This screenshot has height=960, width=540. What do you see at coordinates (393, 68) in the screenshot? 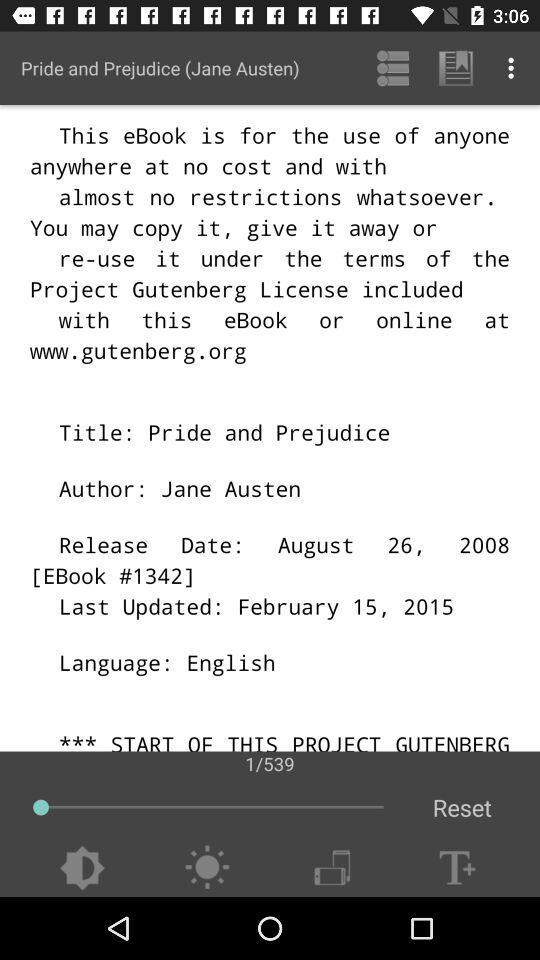
I see `app to the right of the pride and prejudice icon` at bounding box center [393, 68].